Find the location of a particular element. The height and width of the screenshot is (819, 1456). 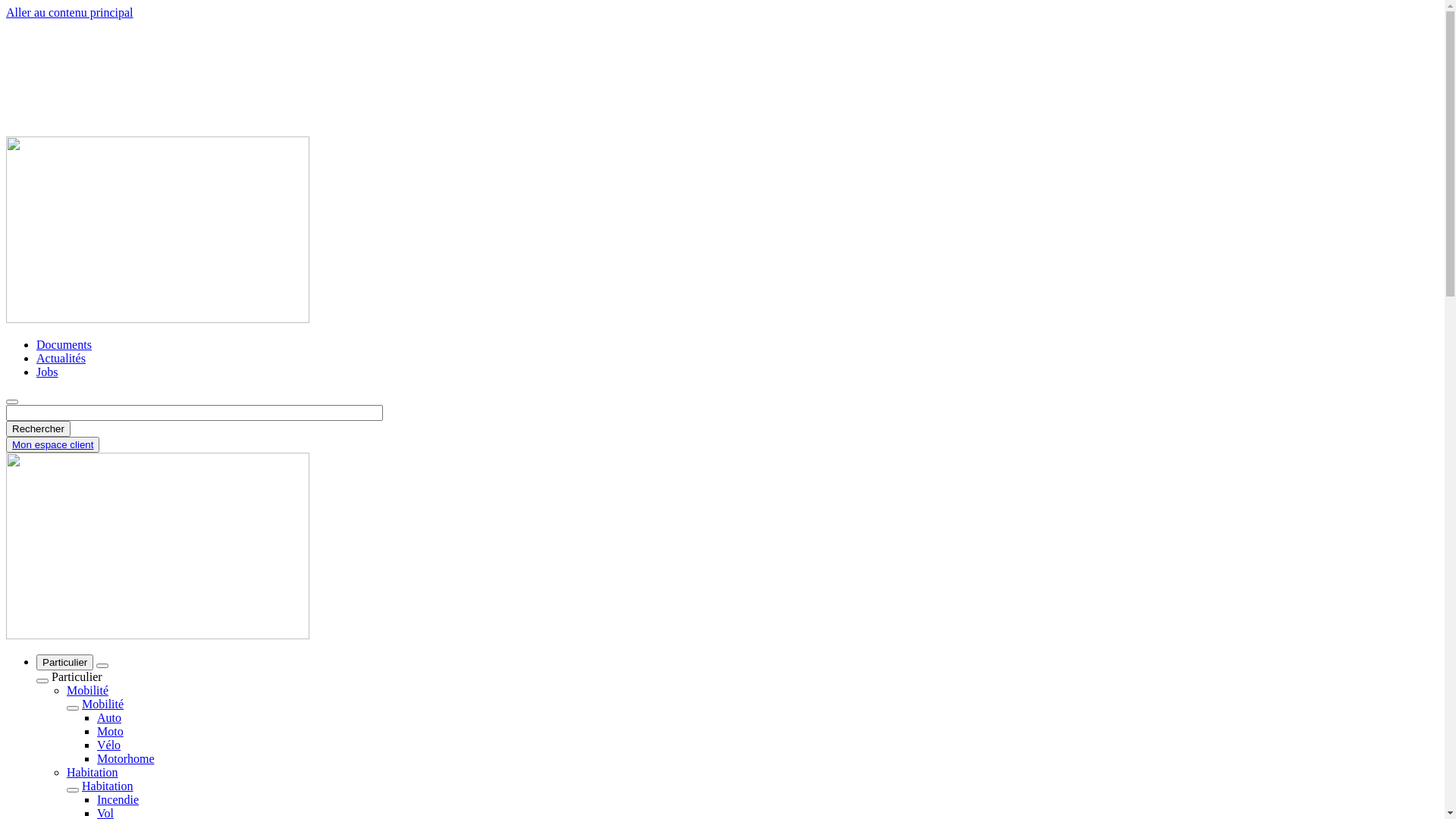

'Habitation' is located at coordinates (91, 772).